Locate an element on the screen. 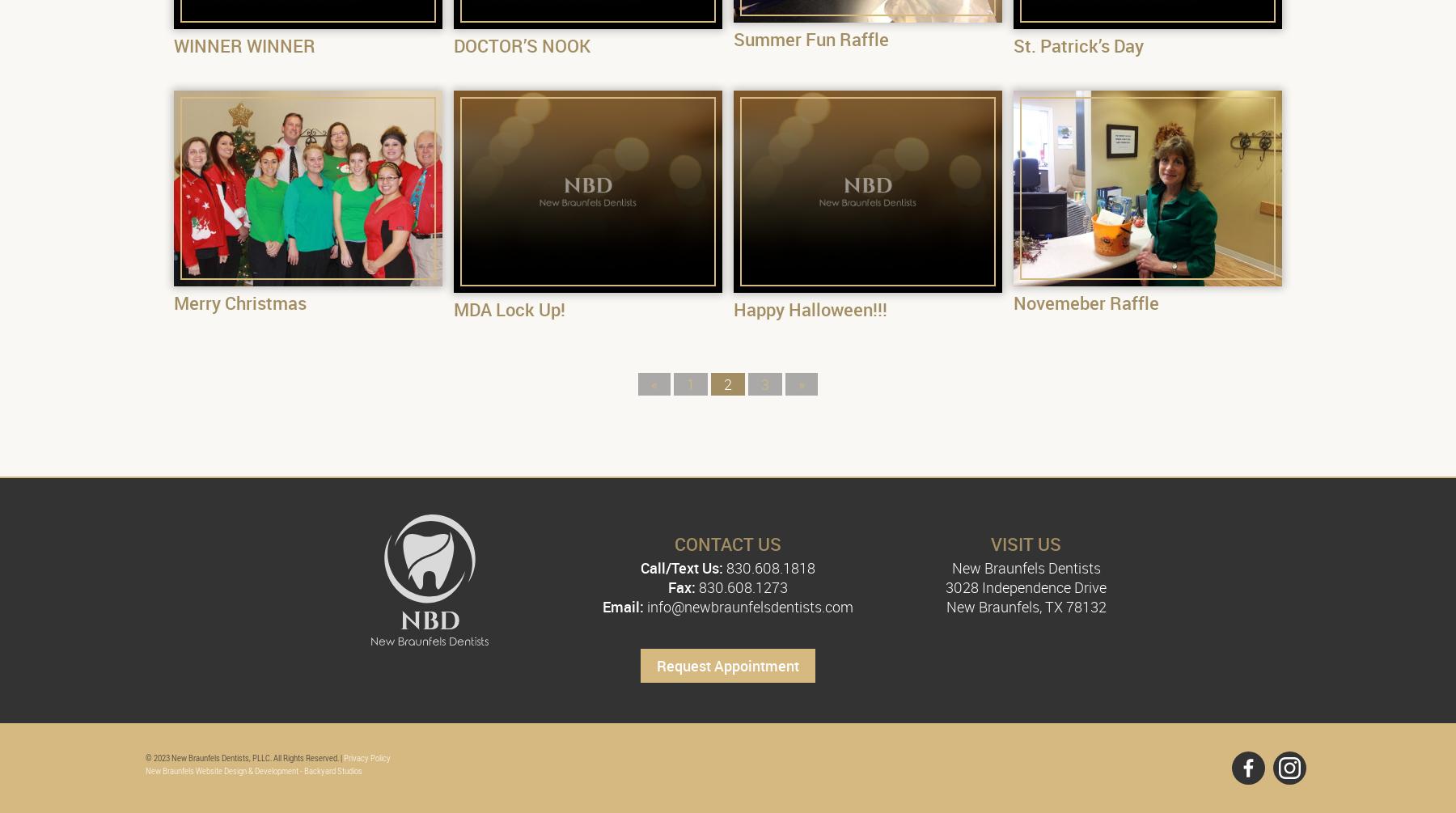 Image resolution: width=1456 pixels, height=813 pixels. '© 2023 New Braunfels Dentists, PLLC. All Rights Reserved. |' is located at coordinates (243, 756).